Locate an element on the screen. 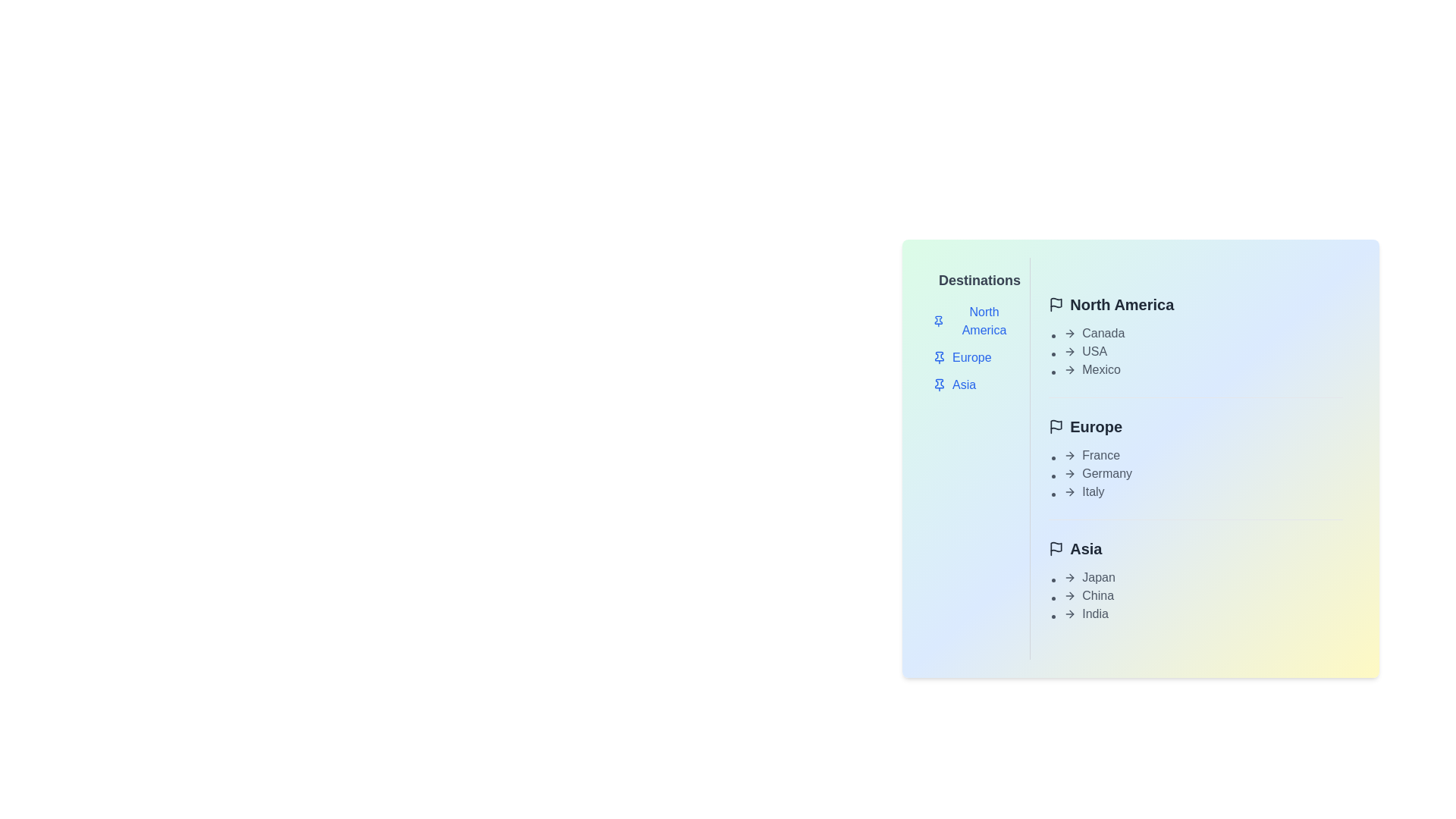 The width and height of the screenshot is (1456, 819). the bulleted list item in the 'North America' section that displays the countries Canada, USA, and Mexico is located at coordinates (1195, 351).